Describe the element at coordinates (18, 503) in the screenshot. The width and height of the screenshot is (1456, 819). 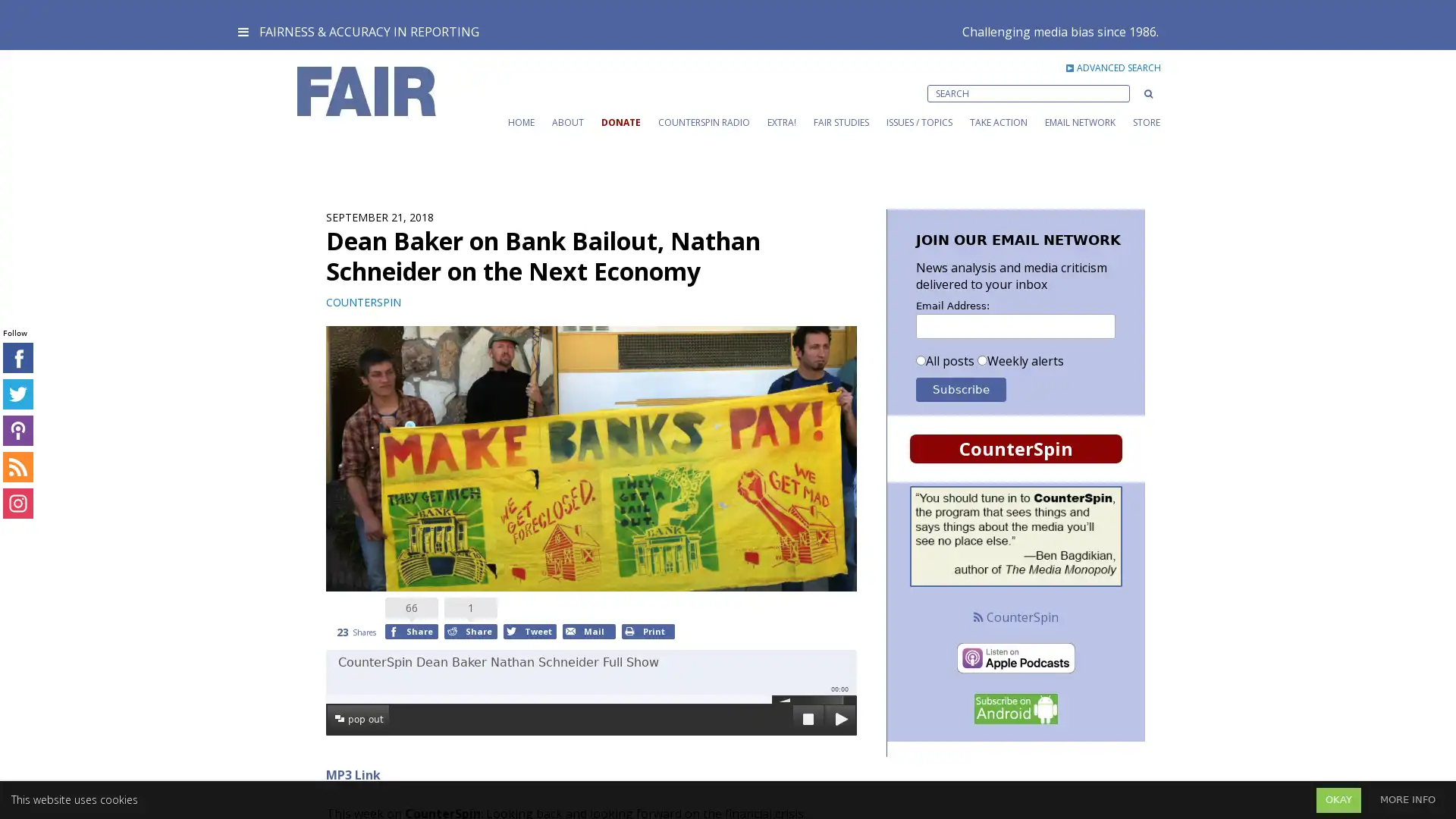
I see `connect on Instagram` at that location.